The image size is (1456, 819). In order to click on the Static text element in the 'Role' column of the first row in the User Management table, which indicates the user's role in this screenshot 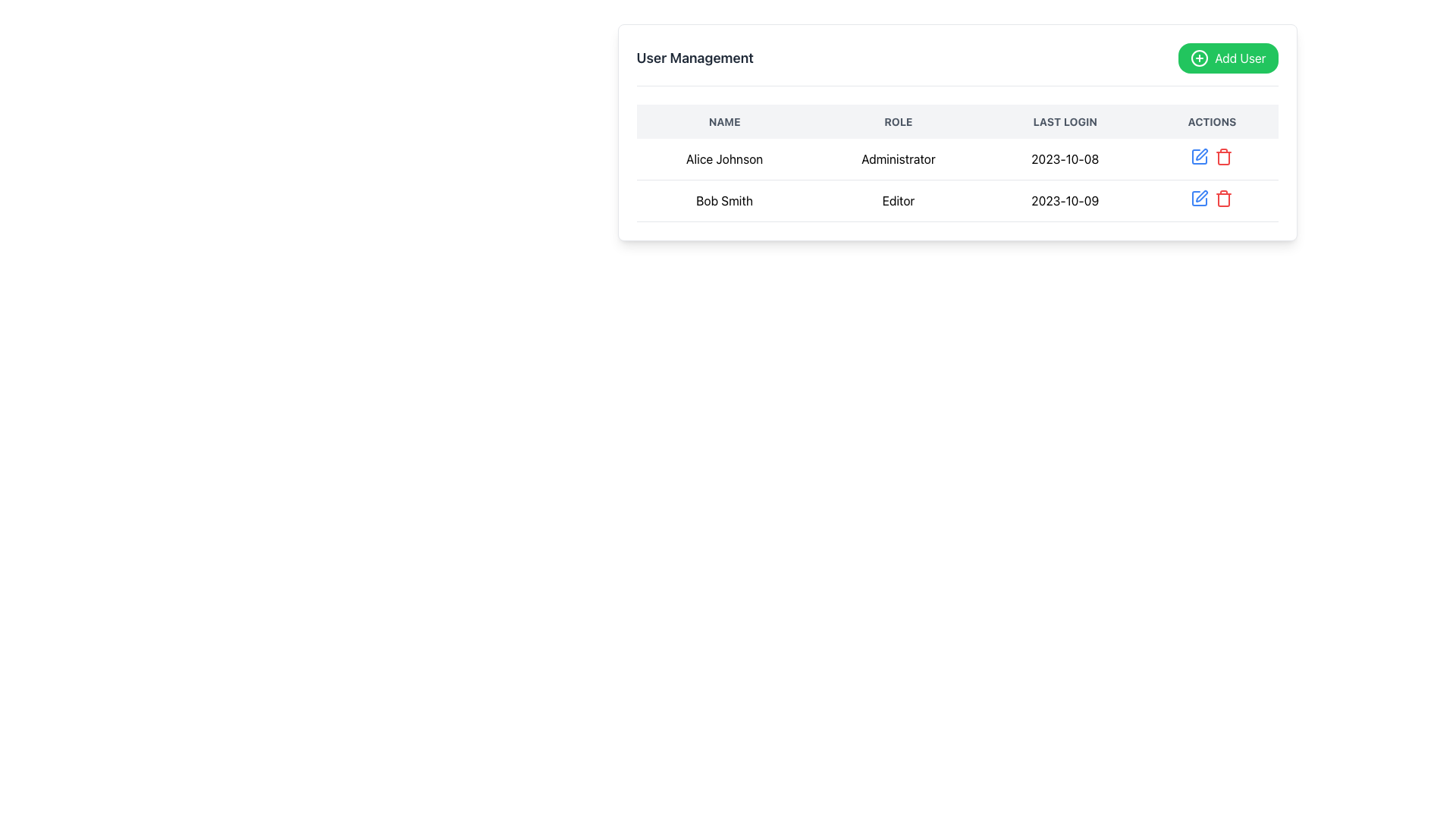, I will do `click(898, 159)`.